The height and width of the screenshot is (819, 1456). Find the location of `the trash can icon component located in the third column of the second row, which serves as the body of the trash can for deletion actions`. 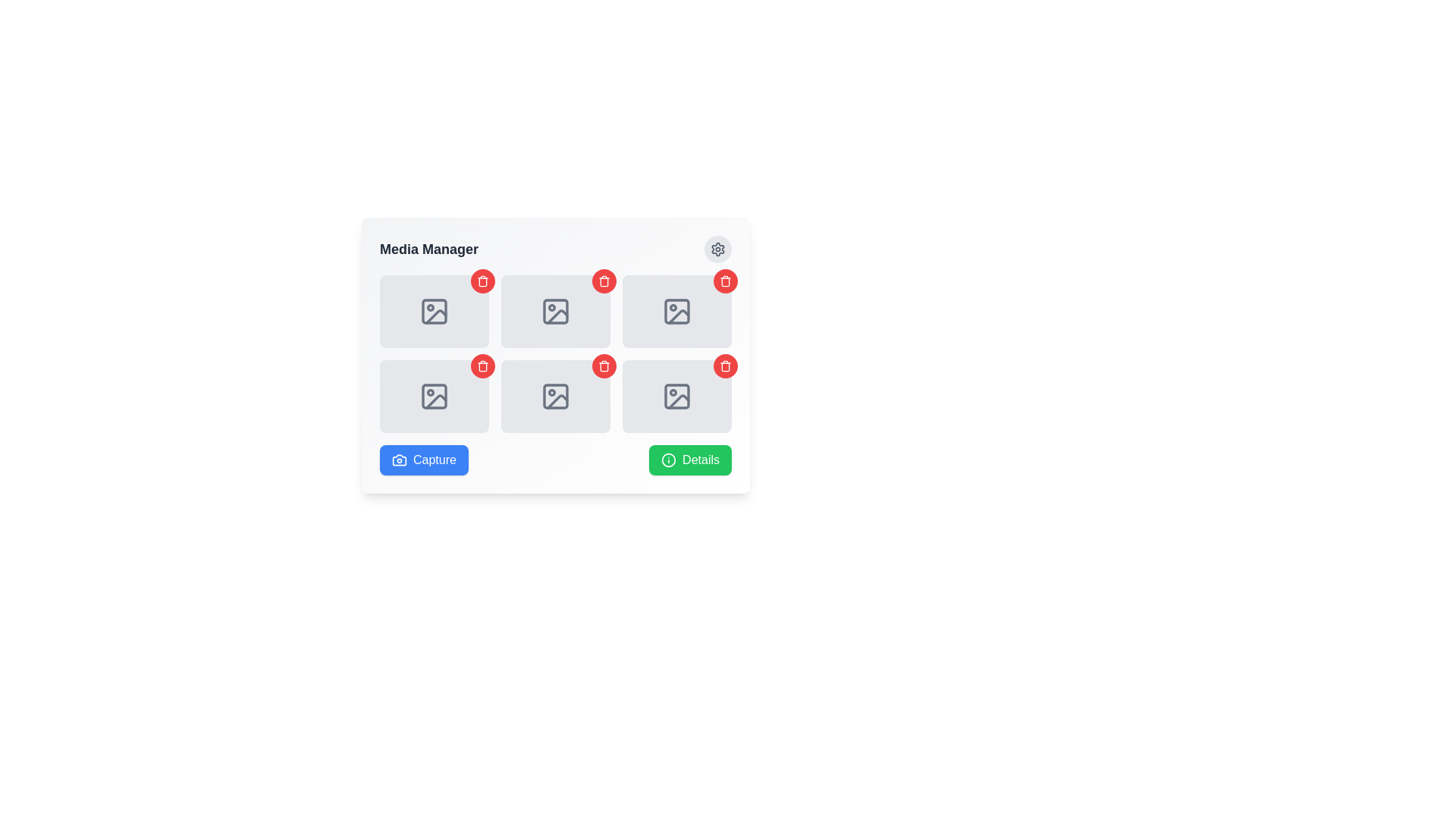

the trash can icon component located in the third column of the second row, which serves as the body of the trash can for deletion actions is located at coordinates (603, 281).